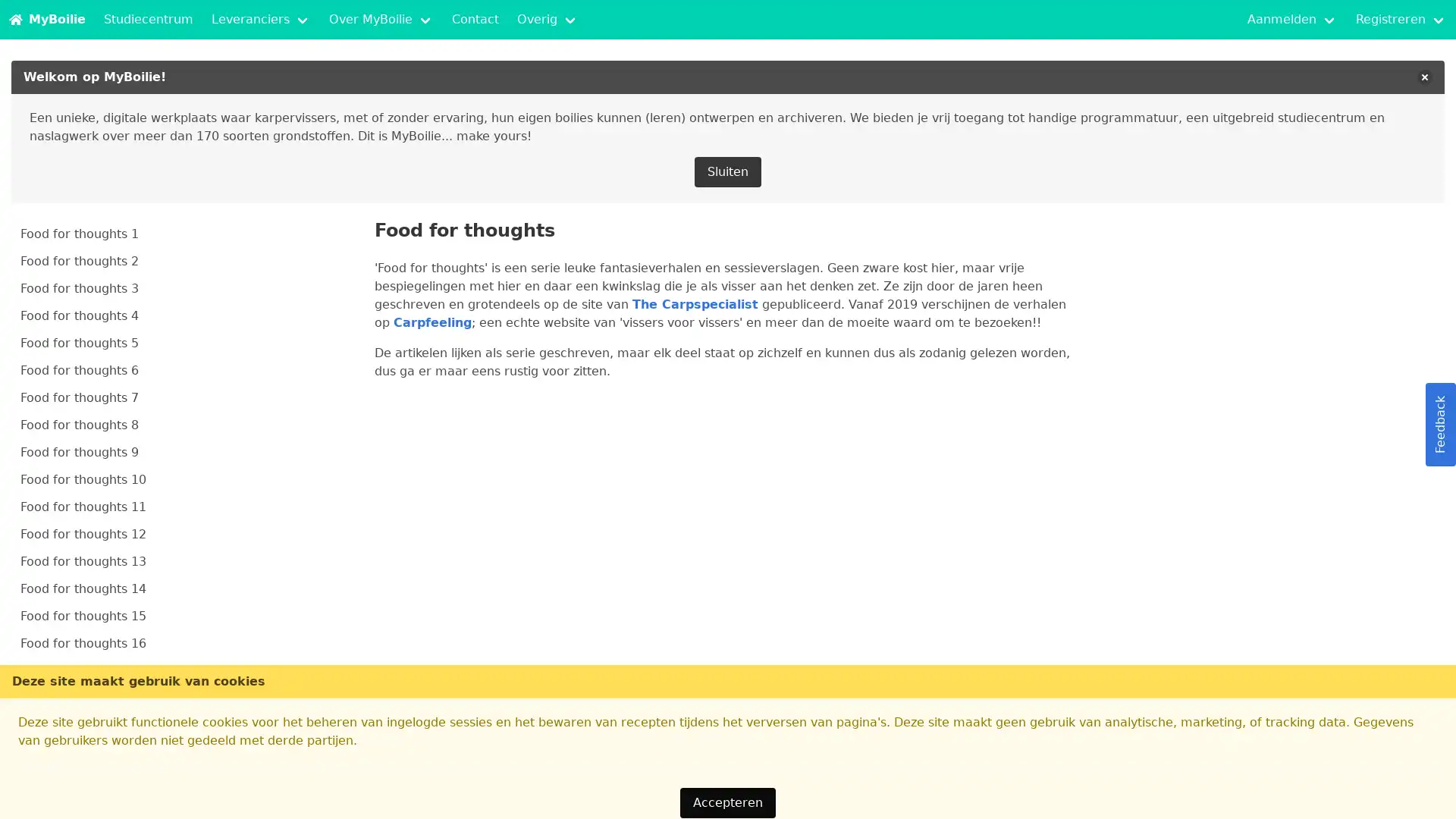 This screenshot has width=1456, height=819. Describe the element at coordinates (1423, 77) in the screenshot. I see `delete` at that location.